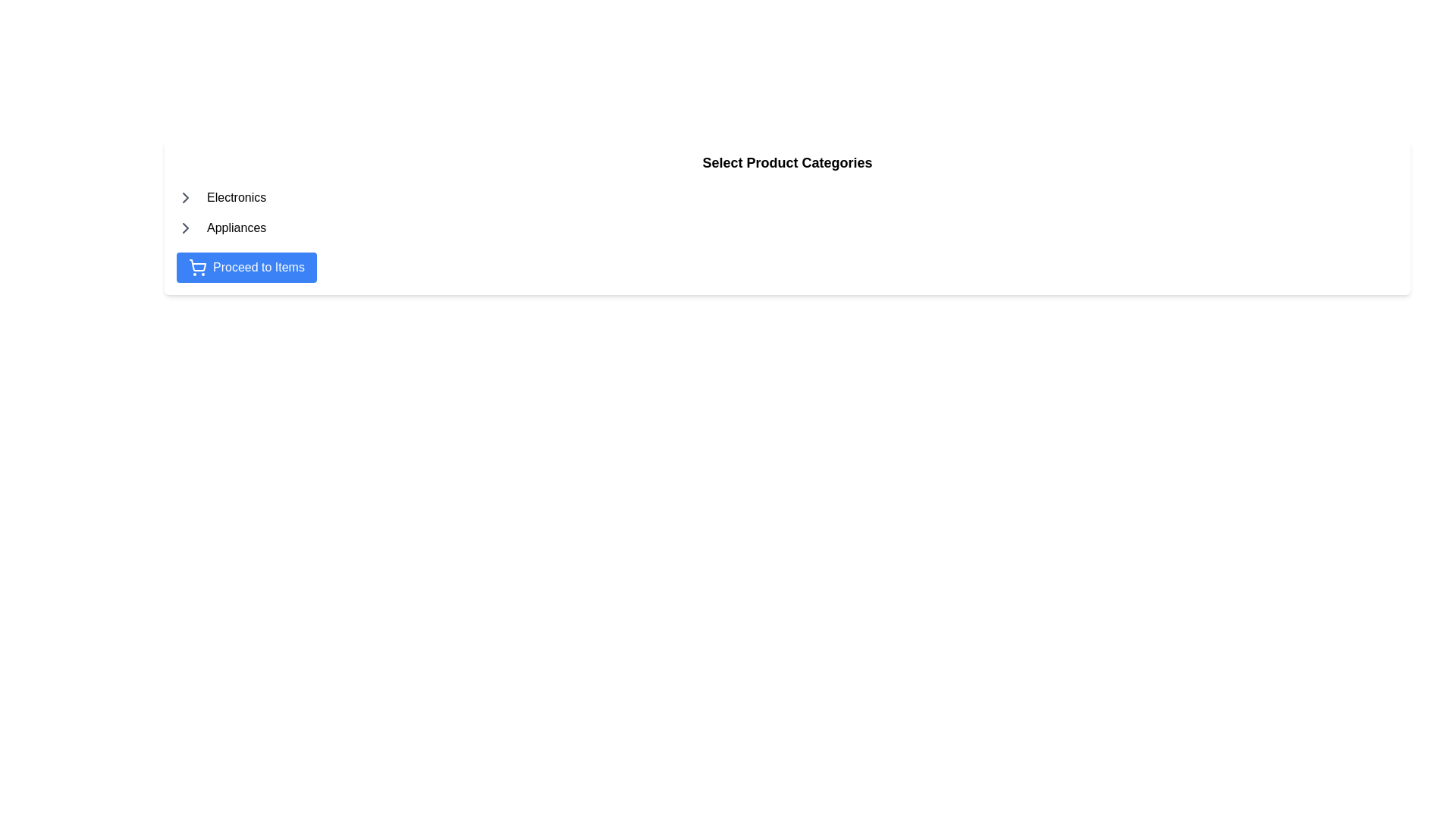 The width and height of the screenshot is (1456, 819). I want to click on the rightward-pointing chevron arrow SVG icon that has a gray outline, positioned to the immediate left of the 'Appliances' text, so click(184, 227).